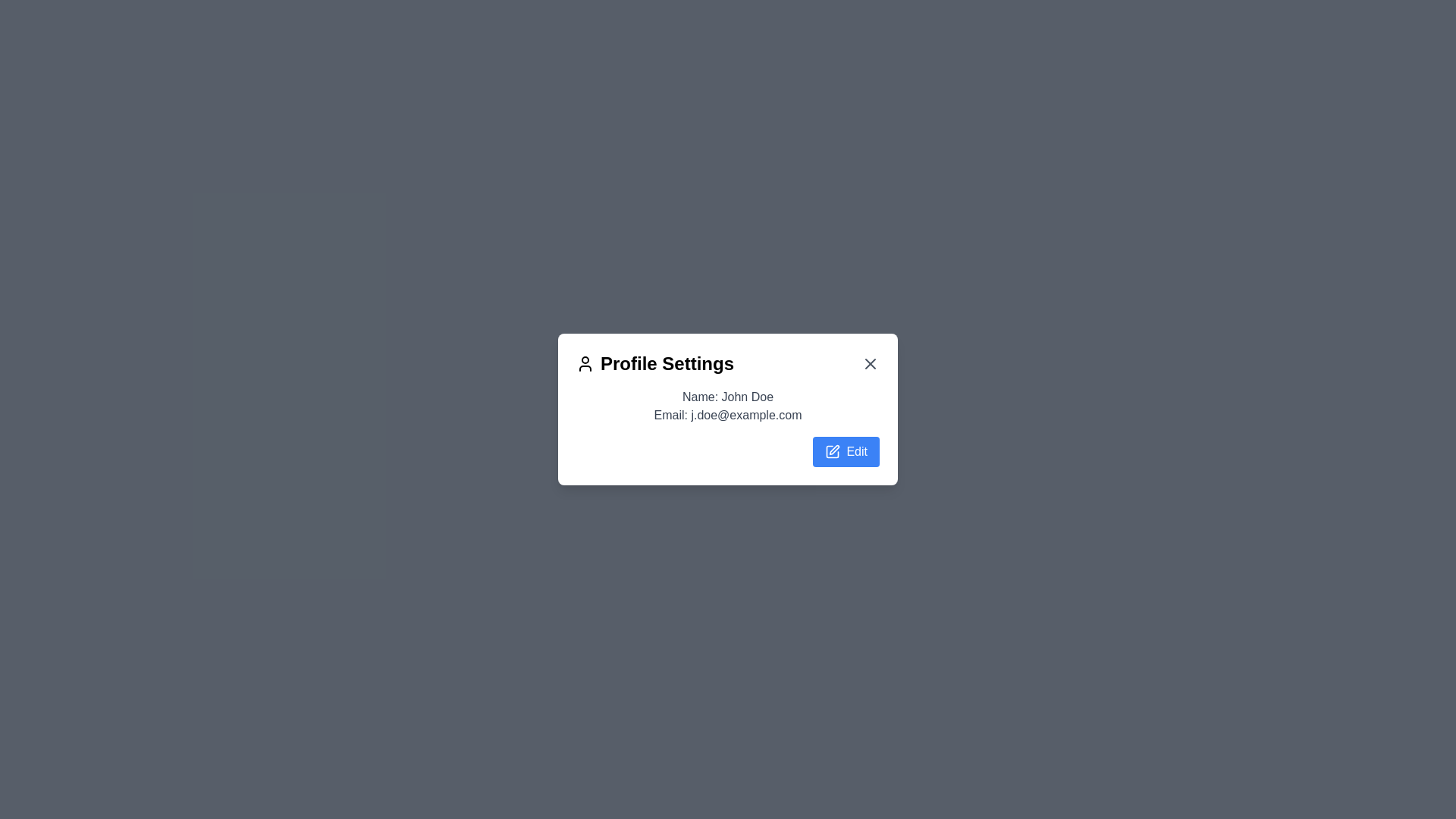  Describe the element at coordinates (846, 451) in the screenshot. I see `the blue rectangular 'Edit' button with a pen icon on the left in the 'Profile Settings' modal to change its background color` at that location.